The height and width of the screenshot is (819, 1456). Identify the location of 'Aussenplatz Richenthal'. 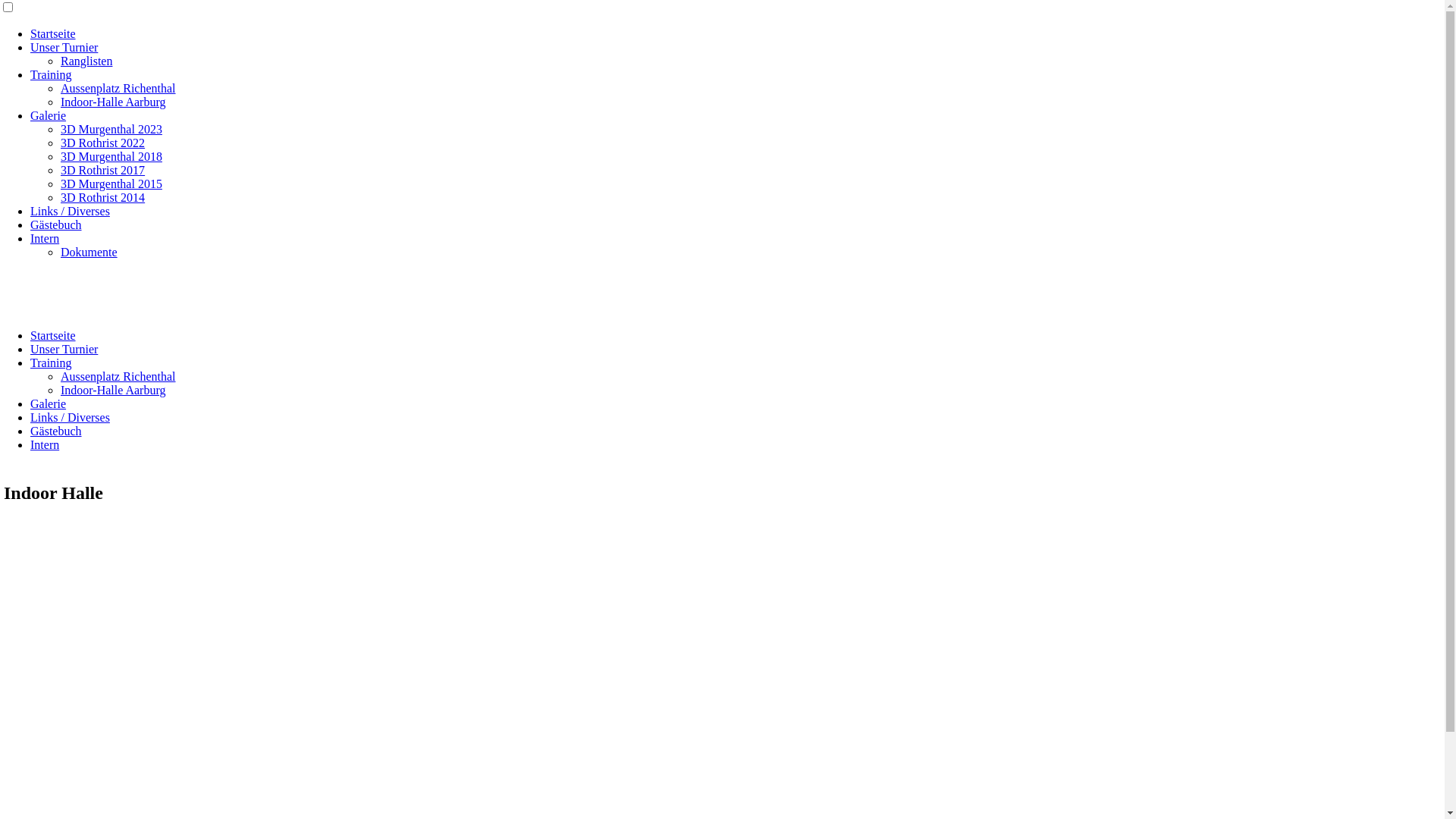
(61, 375).